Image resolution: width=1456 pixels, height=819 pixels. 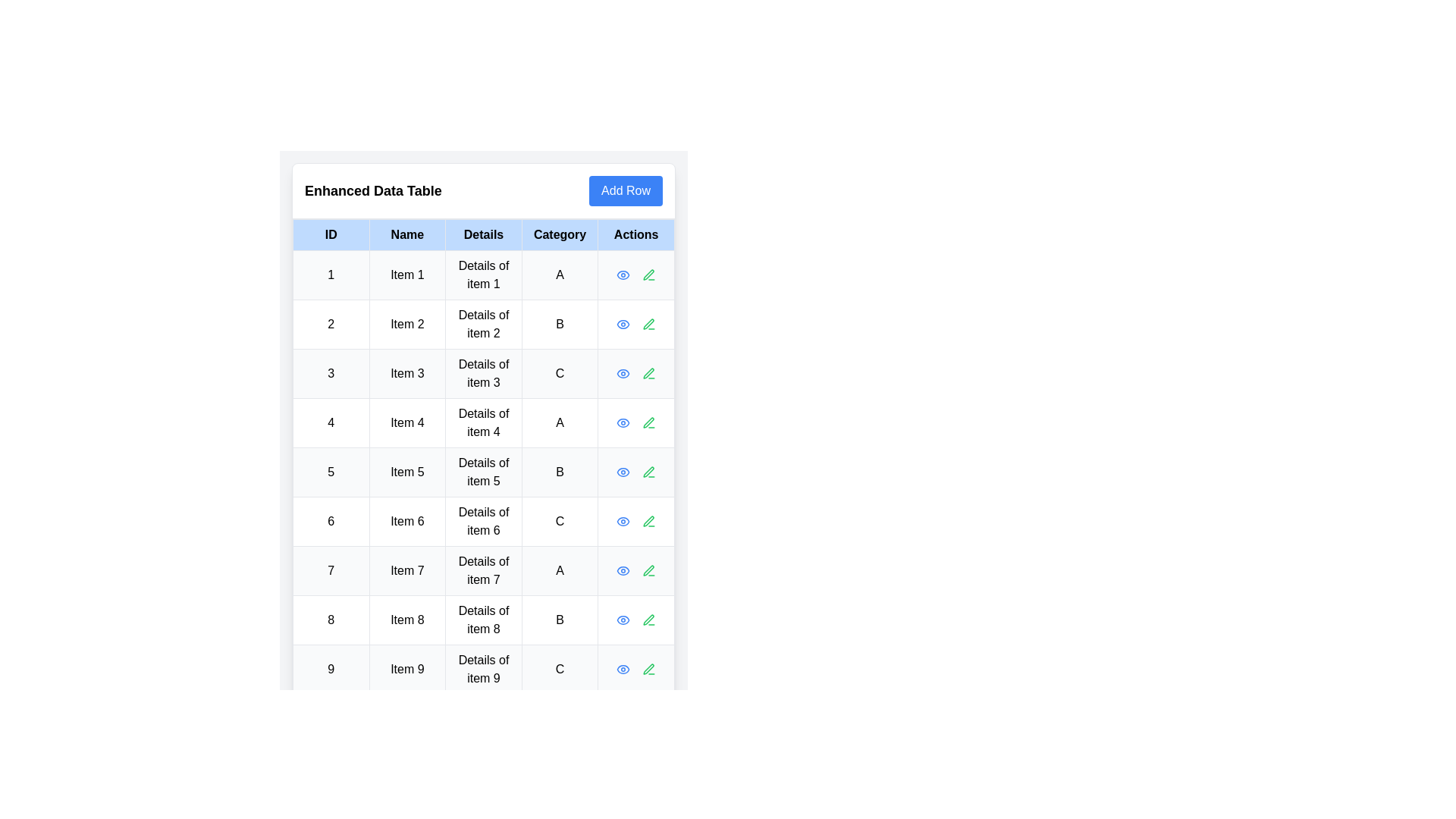 What do you see at coordinates (648, 570) in the screenshot?
I see `the pen icon in the 'Actions' column of the seventh row to initiate editing, which is located next to the green 'eye' icon and is the only pen icon in this area` at bounding box center [648, 570].